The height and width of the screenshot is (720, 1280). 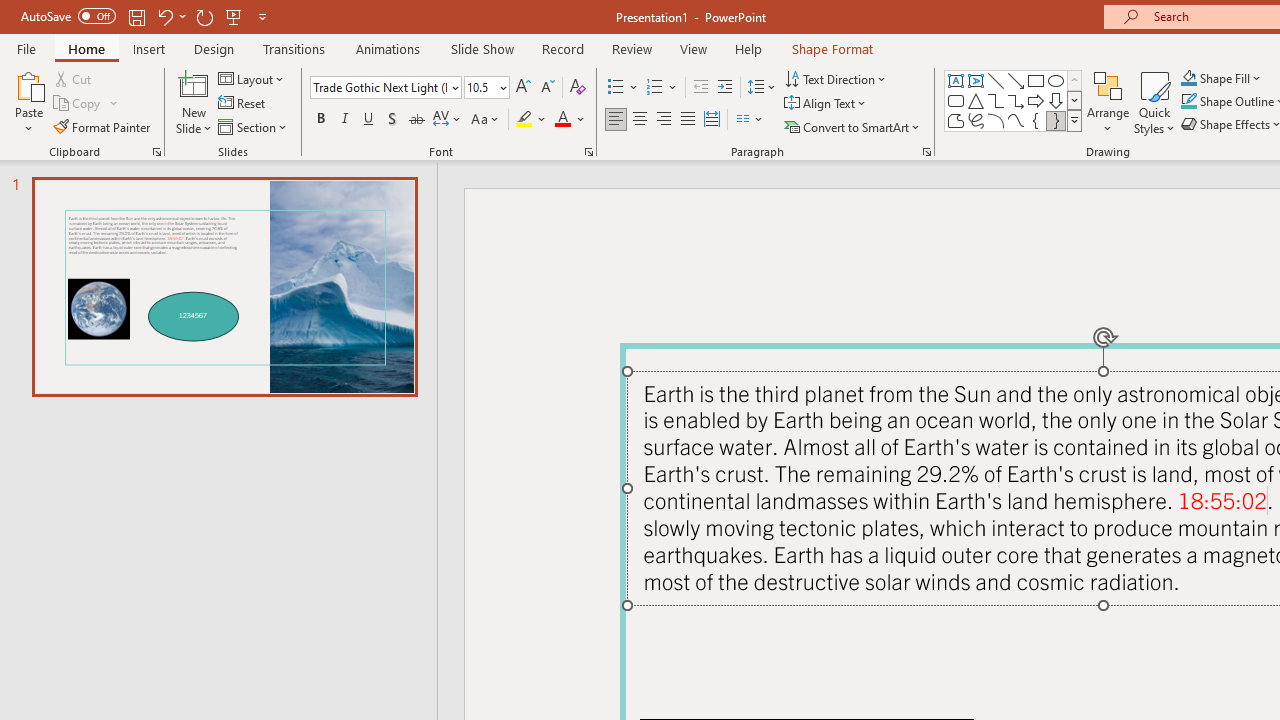 I want to click on 'Shape Outline Teal, Accent 1', so click(x=1189, y=101).